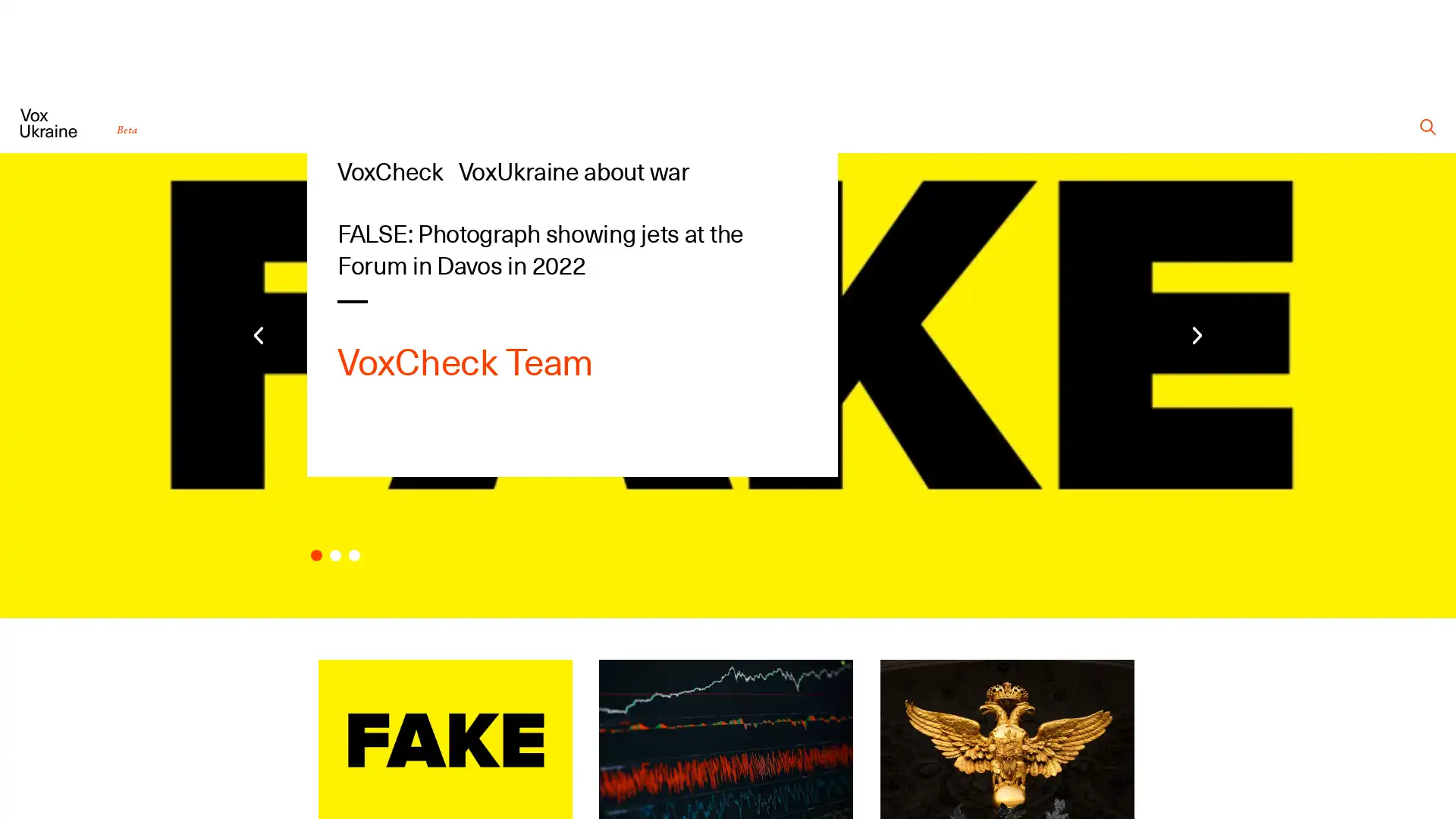 Image resolution: width=1456 pixels, height=819 pixels. Describe the element at coordinates (353, 610) in the screenshot. I see `Carousel Page 3` at that location.